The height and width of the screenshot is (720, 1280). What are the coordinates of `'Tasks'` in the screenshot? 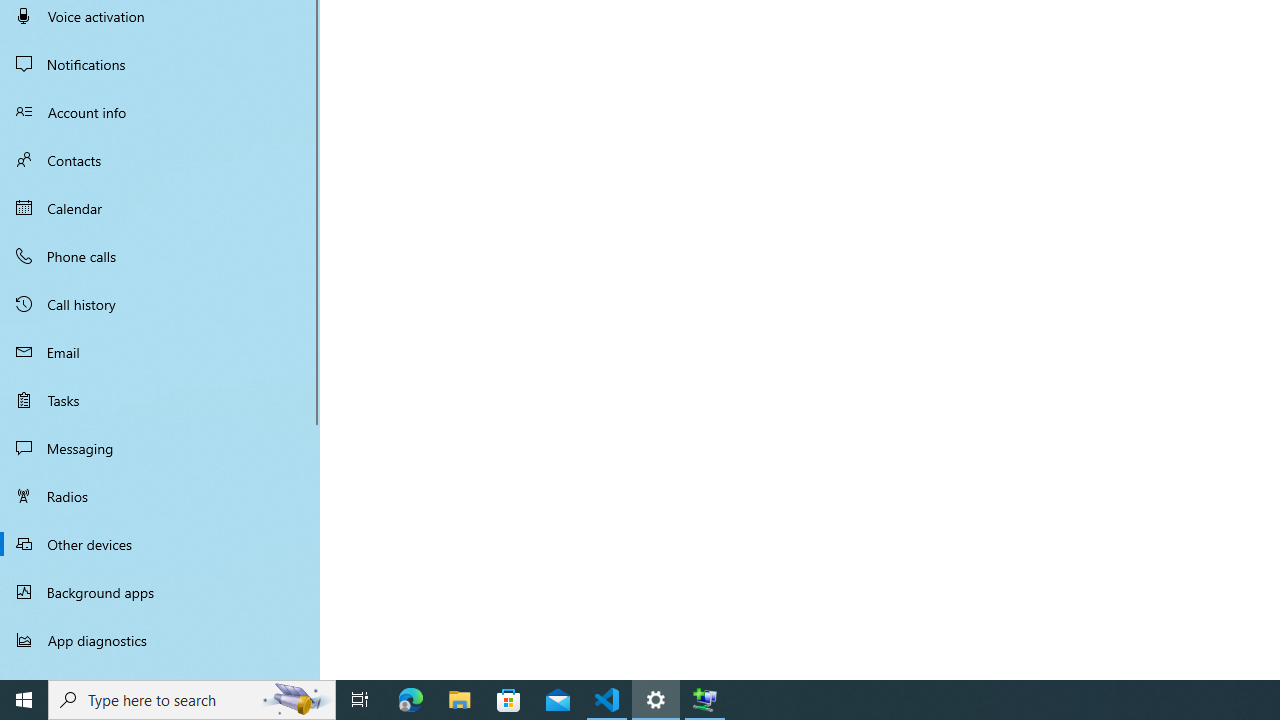 It's located at (160, 399).